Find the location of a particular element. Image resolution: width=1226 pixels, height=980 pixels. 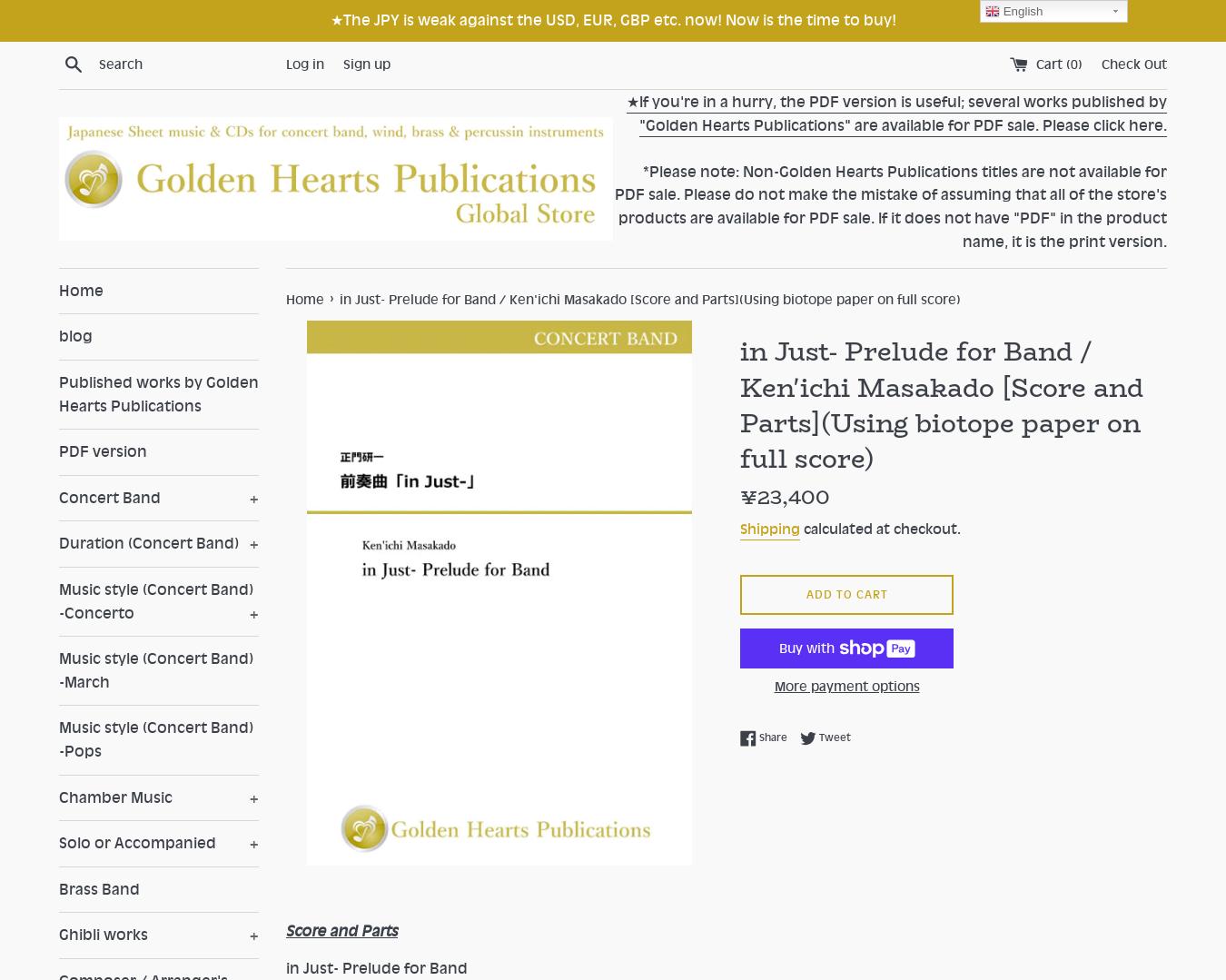

'English' is located at coordinates (1021, 11).